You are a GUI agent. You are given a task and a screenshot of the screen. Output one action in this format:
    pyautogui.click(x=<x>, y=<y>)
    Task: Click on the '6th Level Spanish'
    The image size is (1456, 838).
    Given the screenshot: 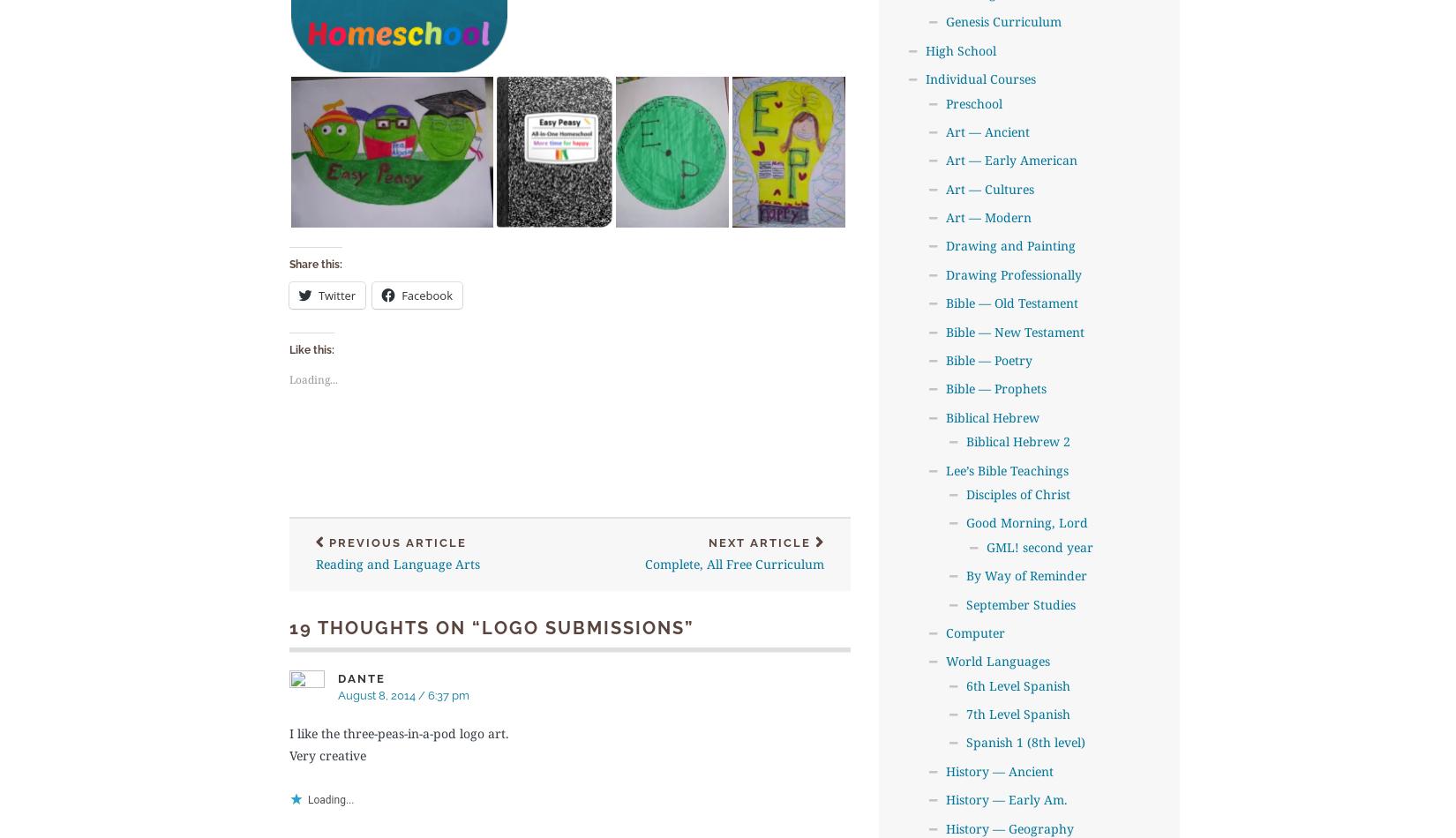 What is the action you would take?
    pyautogui.click(x=1017, y=684)
    